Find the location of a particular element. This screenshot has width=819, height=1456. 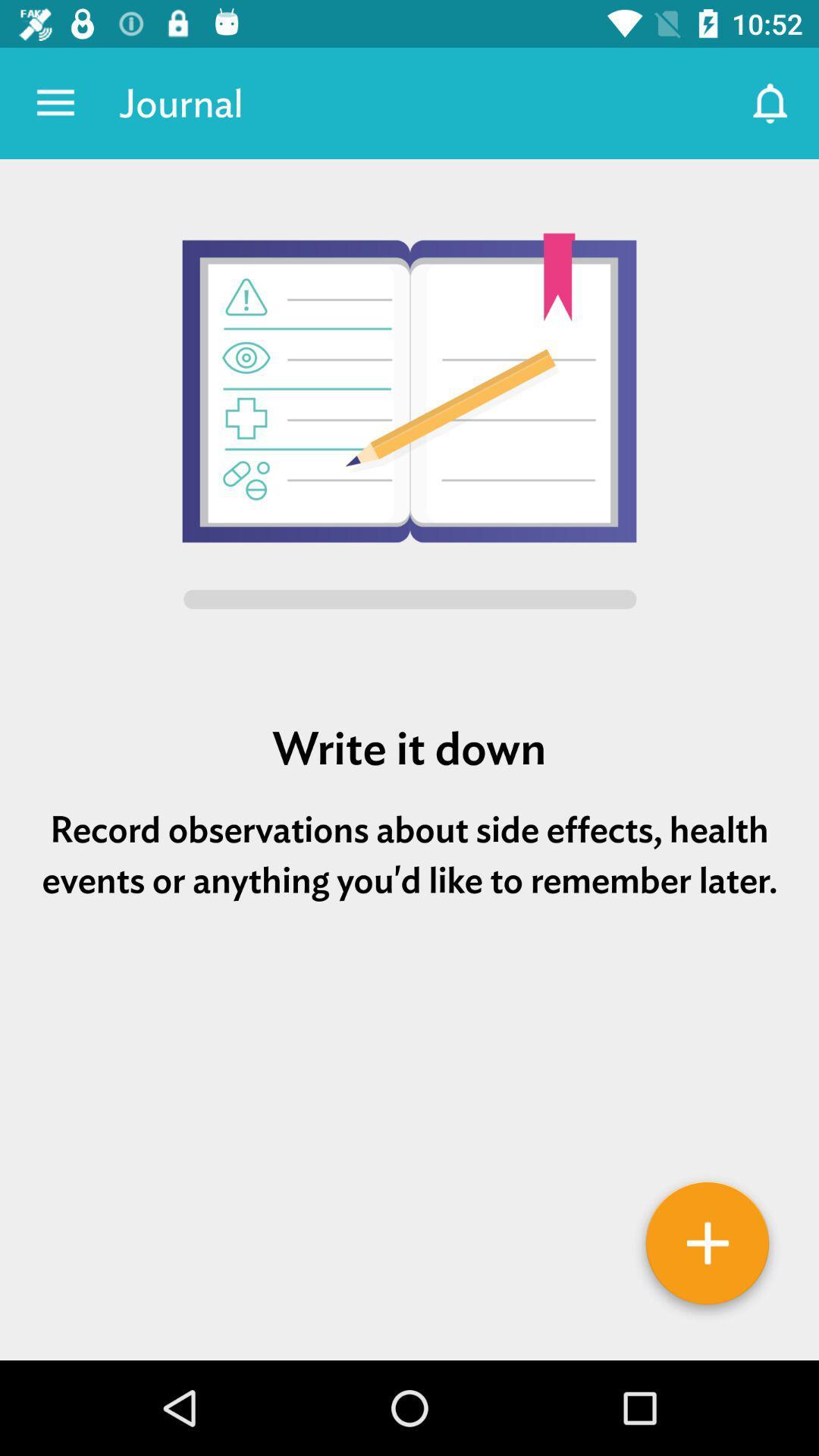

the icon at the bottom right corner is located at coordinates (708, 1248).